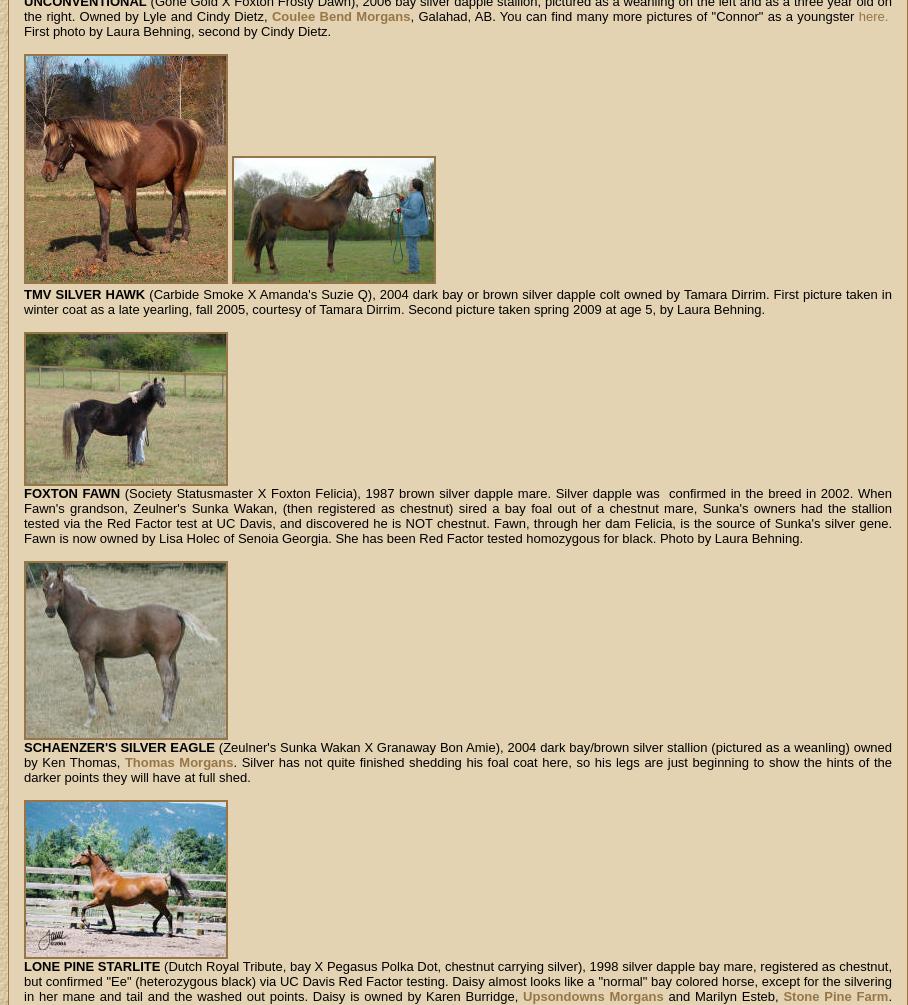  I want to click on 'LONE PINE STARLITE', so click(90, 965).